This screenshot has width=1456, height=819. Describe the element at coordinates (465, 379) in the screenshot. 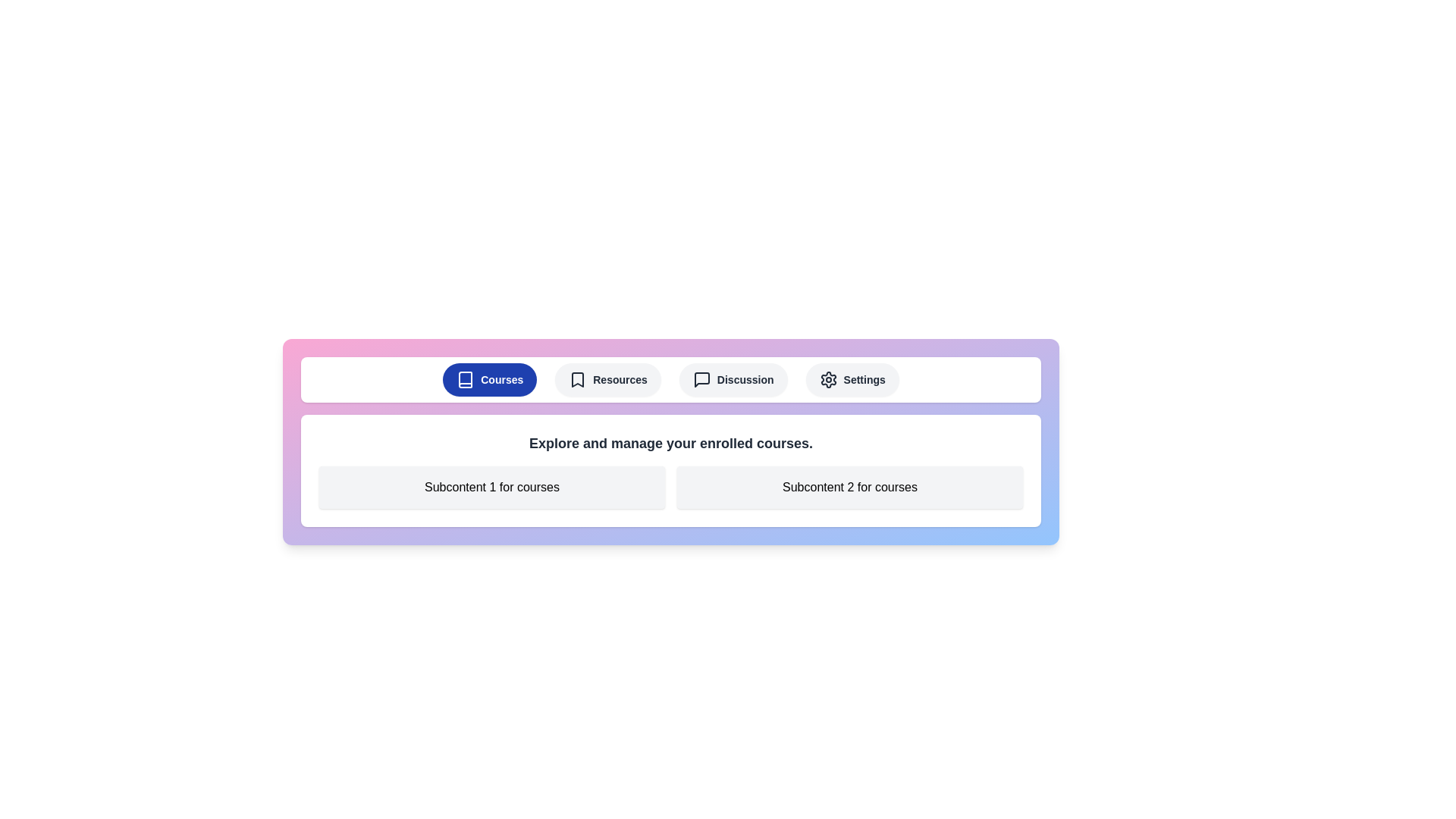

I see `the 'Courses' icon (SVG) located in the top-left section of the interface` at that location.